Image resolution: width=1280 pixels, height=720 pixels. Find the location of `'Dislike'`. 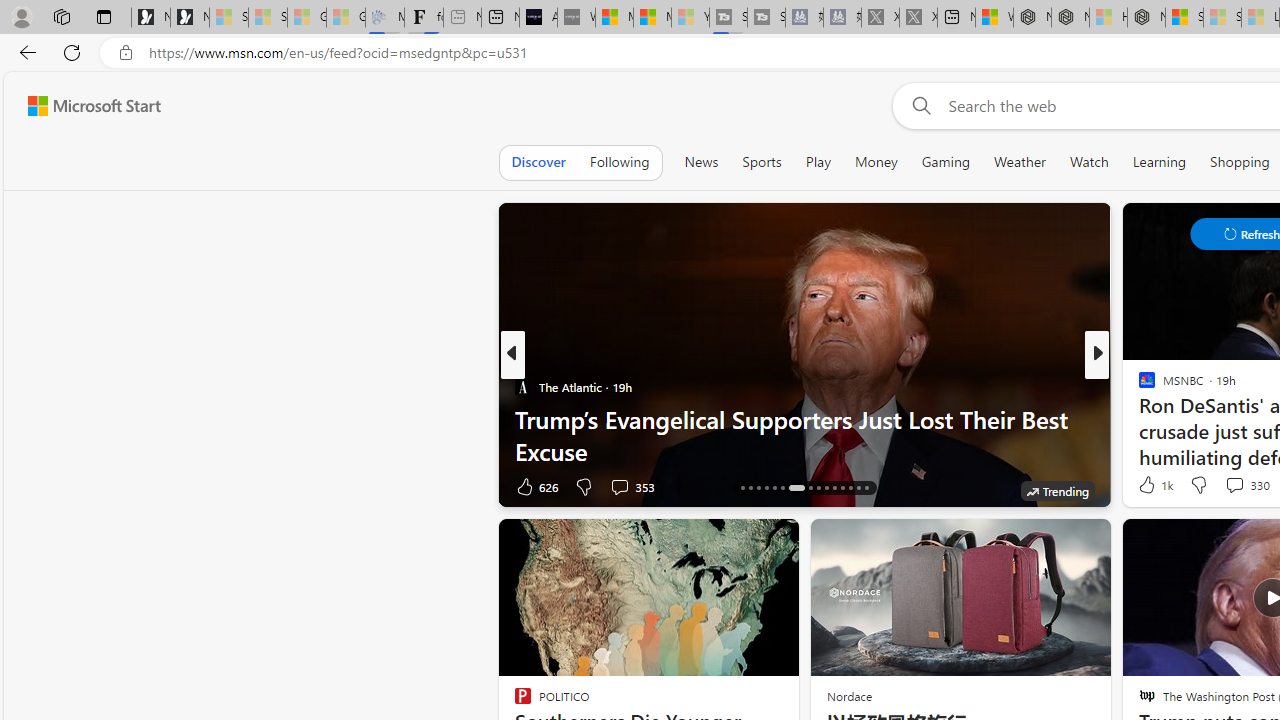

'Dislike' is located at coordinates (1198, 484).